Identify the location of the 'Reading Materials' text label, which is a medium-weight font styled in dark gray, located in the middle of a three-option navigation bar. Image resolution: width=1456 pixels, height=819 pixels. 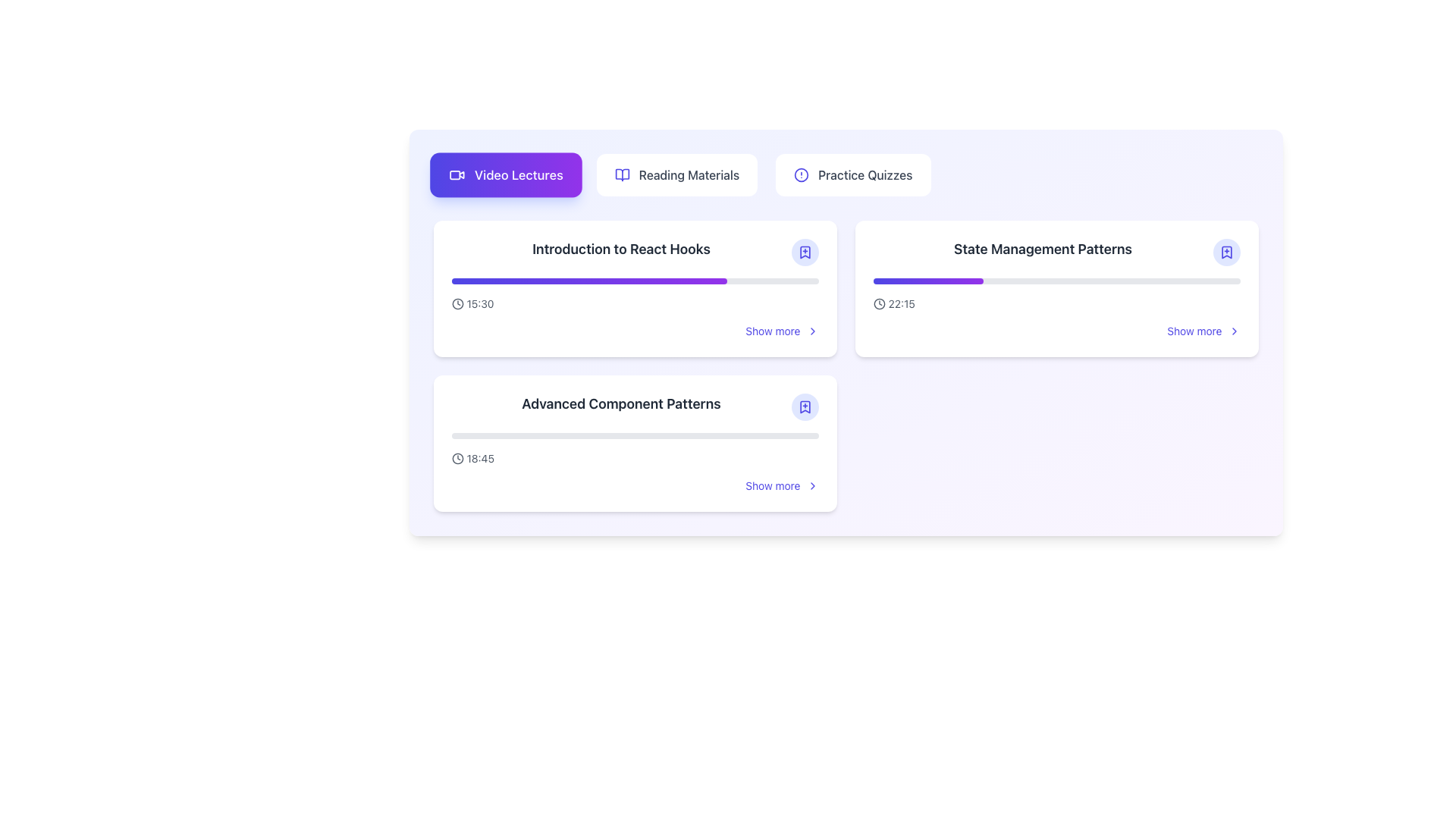
(688, 174).